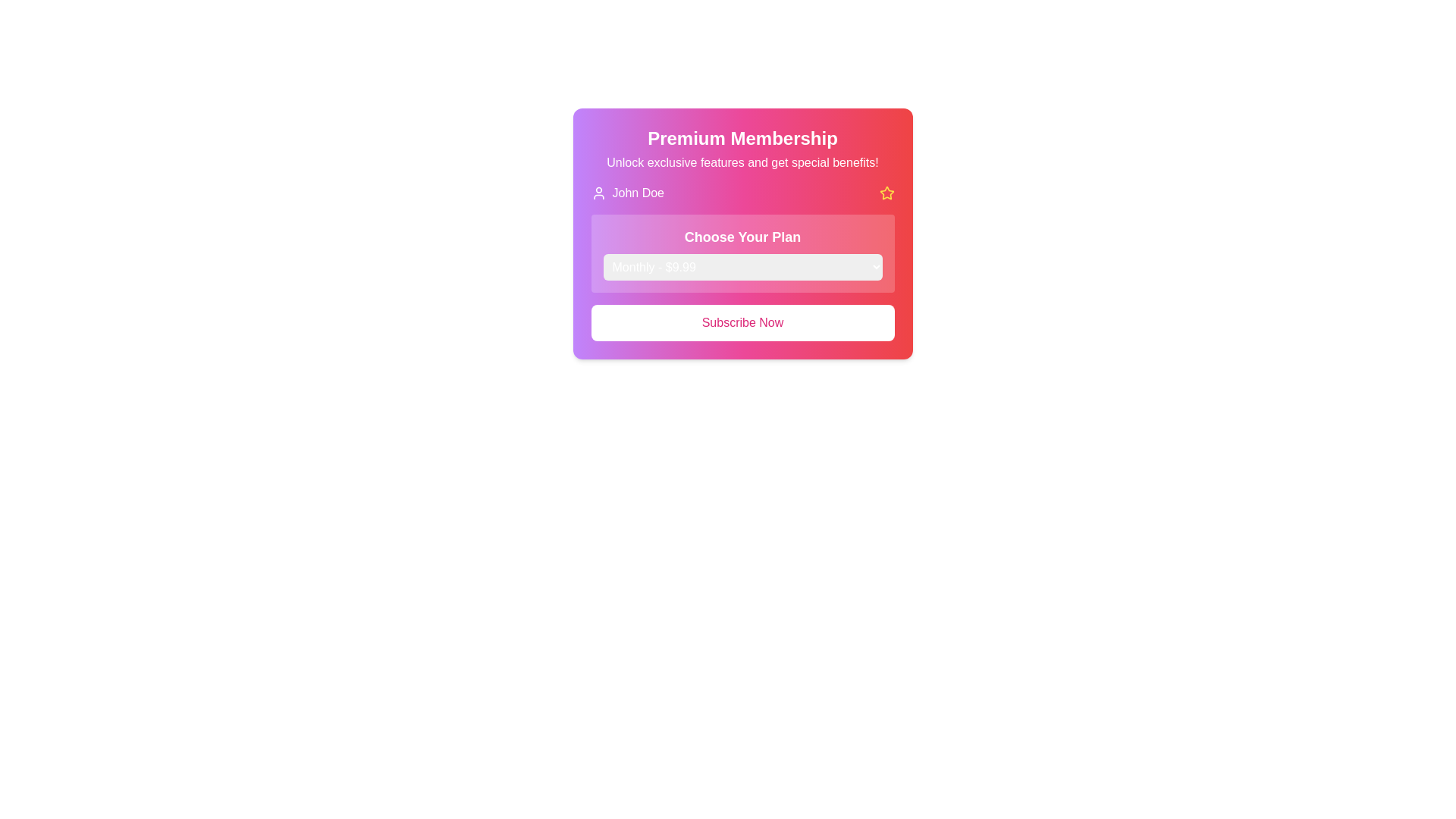 This screenshot has height=819, width=1456. I want to click on the 'Subscribe Now' button, which is a rectangular button with rounded corners featuring a white background and bold pink text, located at the base of the 'Premium Membership' card, so click(742, 322).